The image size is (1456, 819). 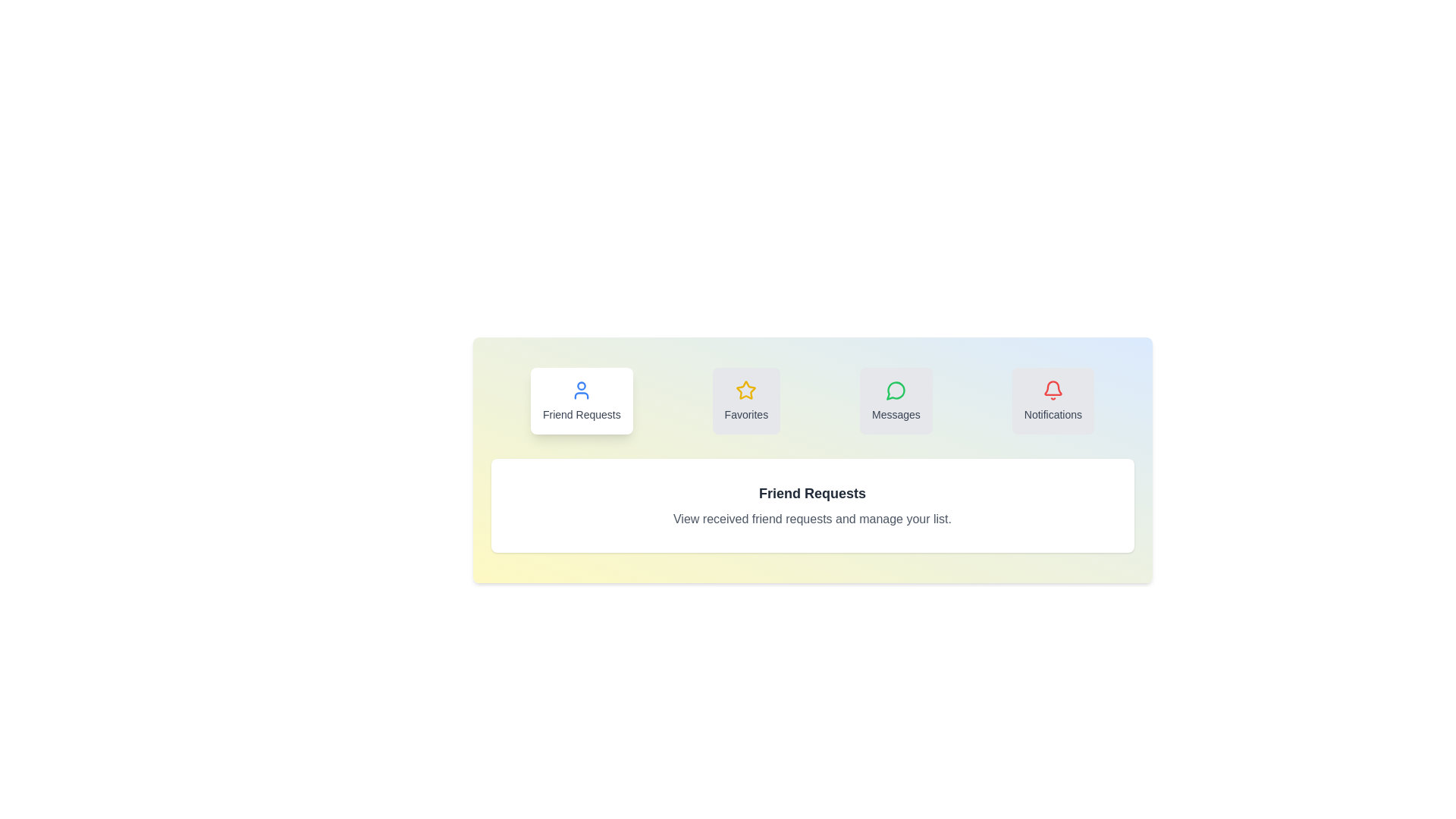 What do you see at coordinates (581, 400) in the screenshot?
I see `the 'Friend Requests' tab to activate it` at bounding box center [581, 400].